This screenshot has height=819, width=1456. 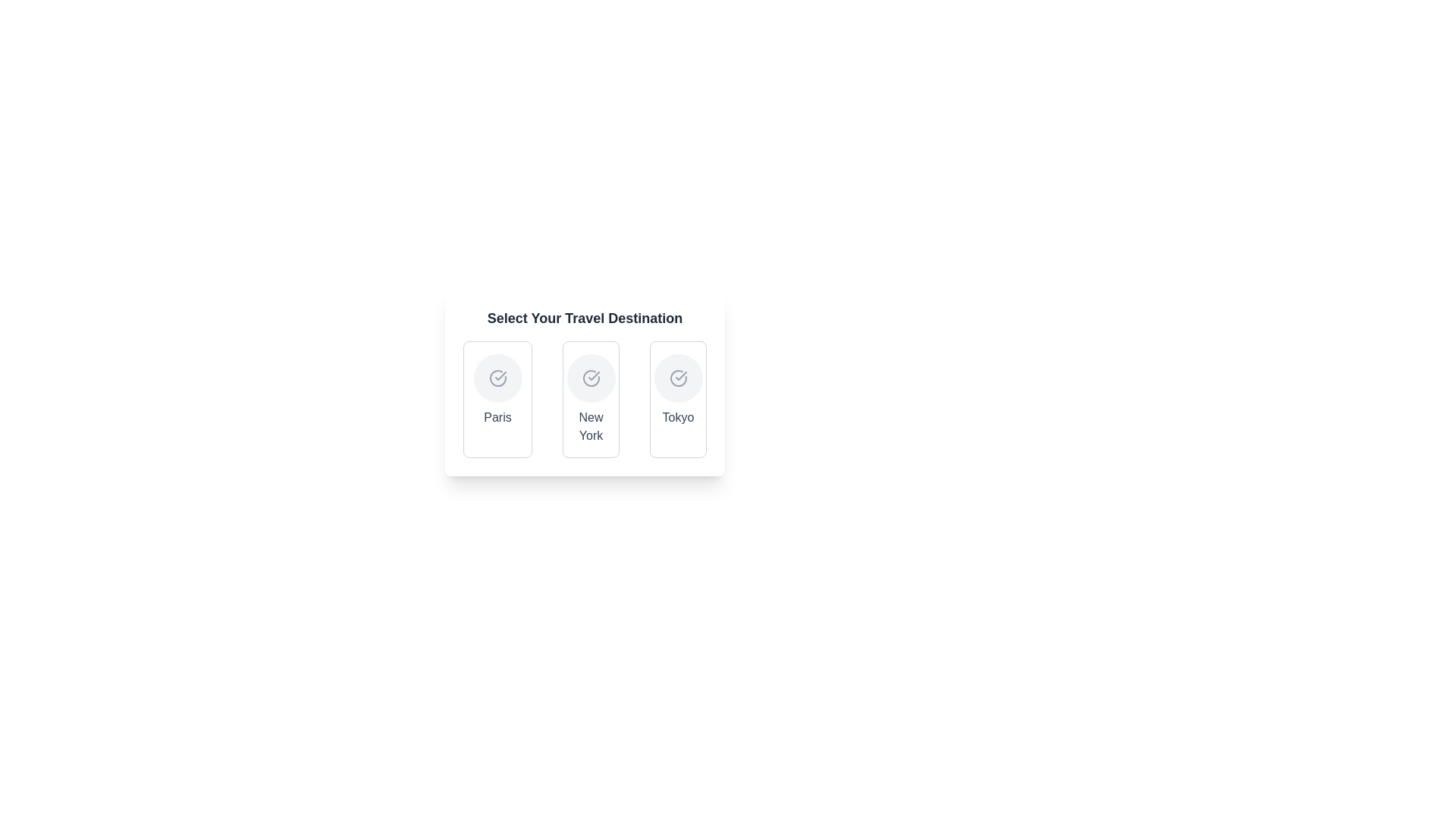 What do you see at coordinates (590, 399) in the screenshot?
I see `the 'New York' card-style button in the 'Select Your Travel Destination' menu` at bounding box center [590, 399].